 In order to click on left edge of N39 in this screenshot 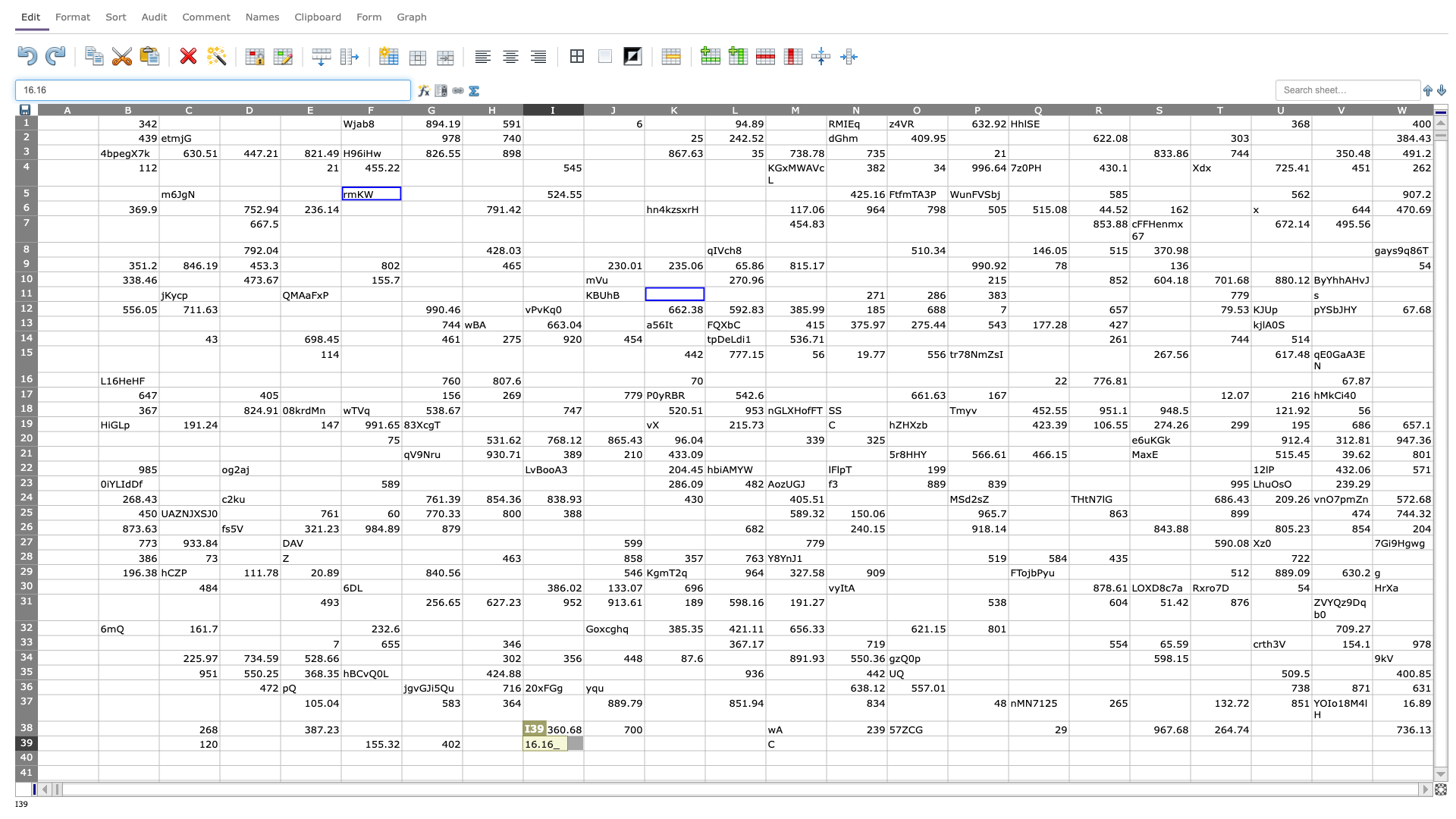, I will do `click(825, 742)`.